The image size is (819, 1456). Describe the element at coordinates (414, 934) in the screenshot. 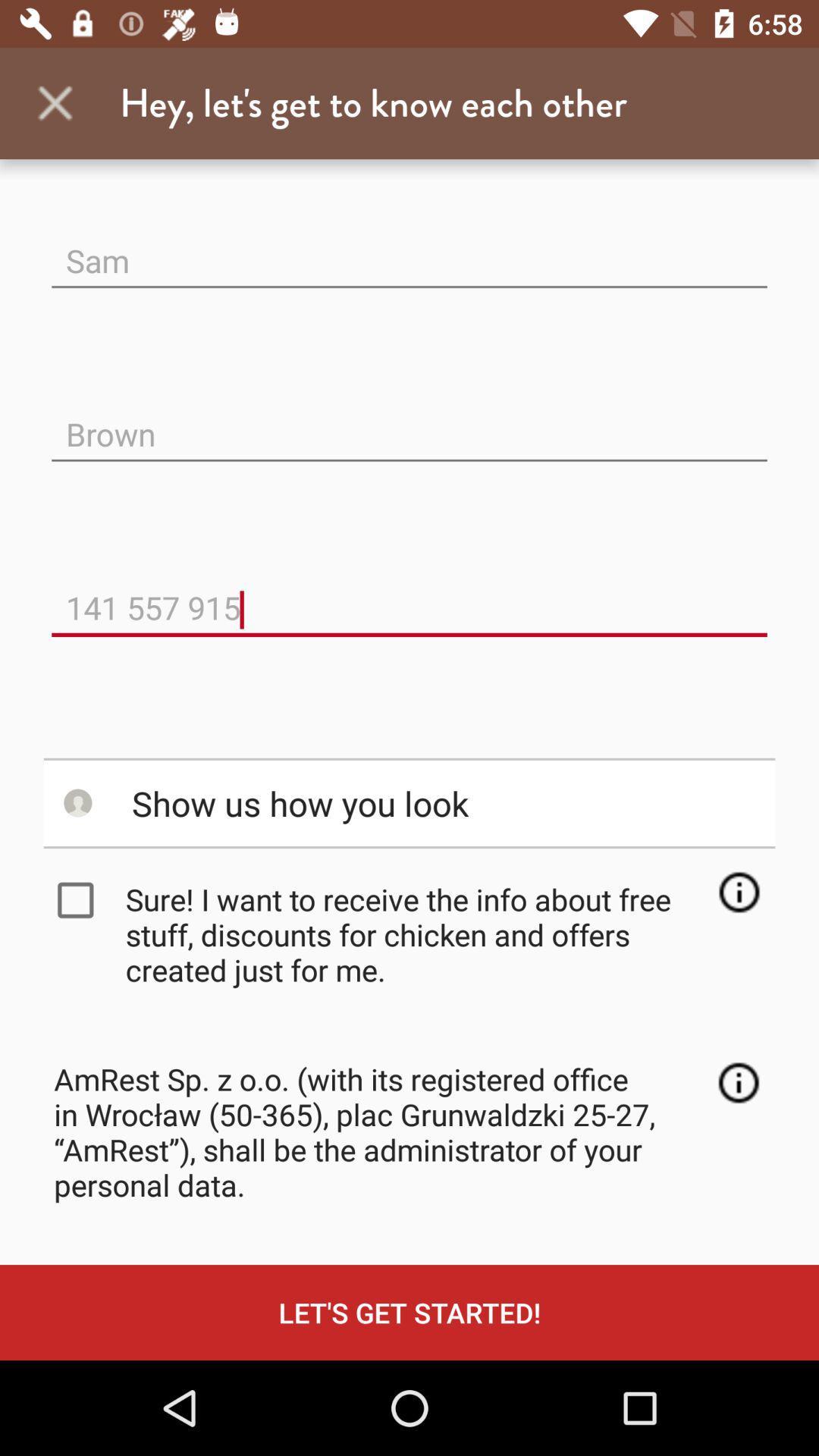

I see `the item above the amrest sp z icon` at that location.